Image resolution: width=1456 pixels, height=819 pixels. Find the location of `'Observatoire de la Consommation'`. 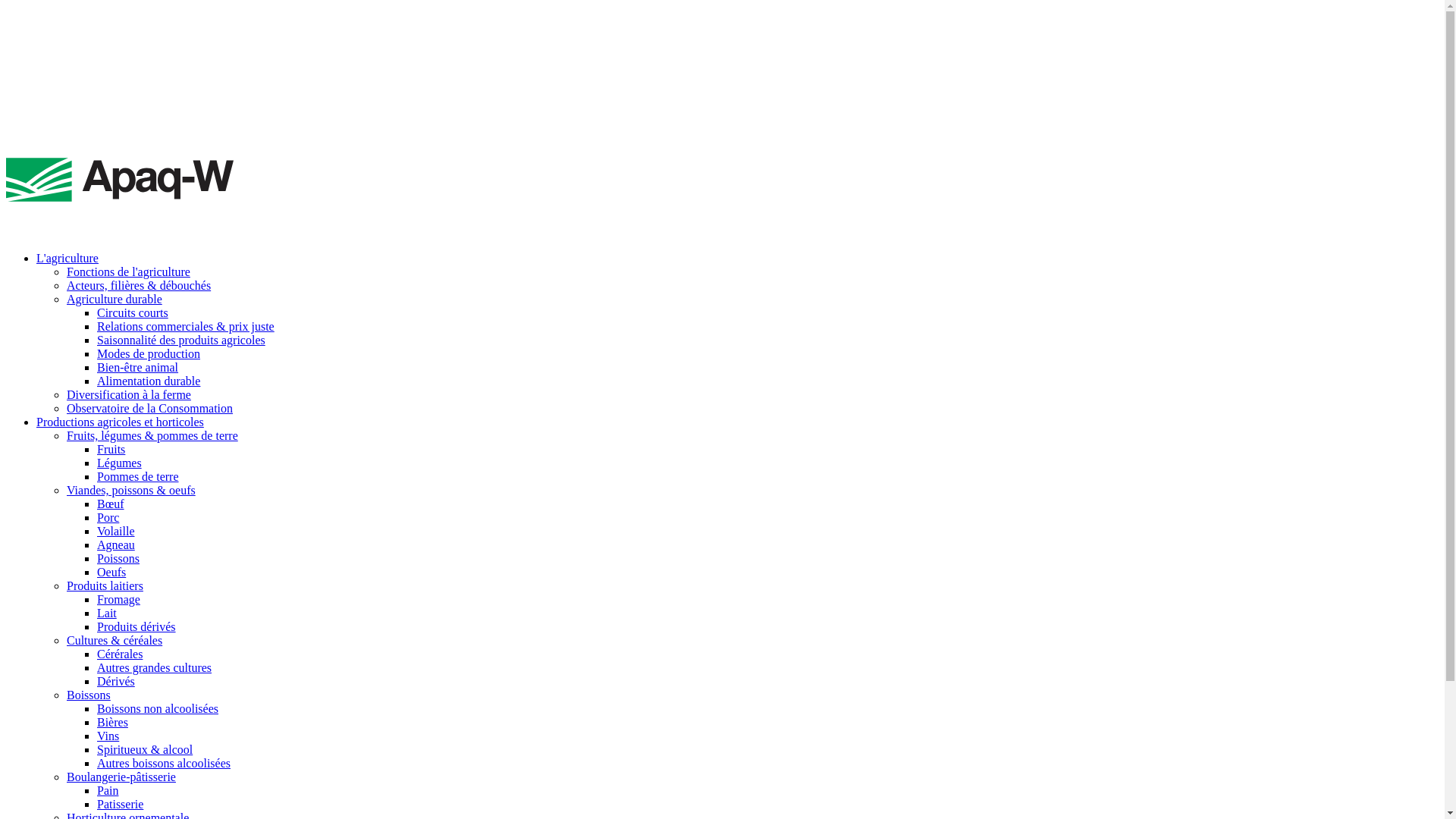

'Observatoire de la Consommation' is located at coordinates (149, 407).